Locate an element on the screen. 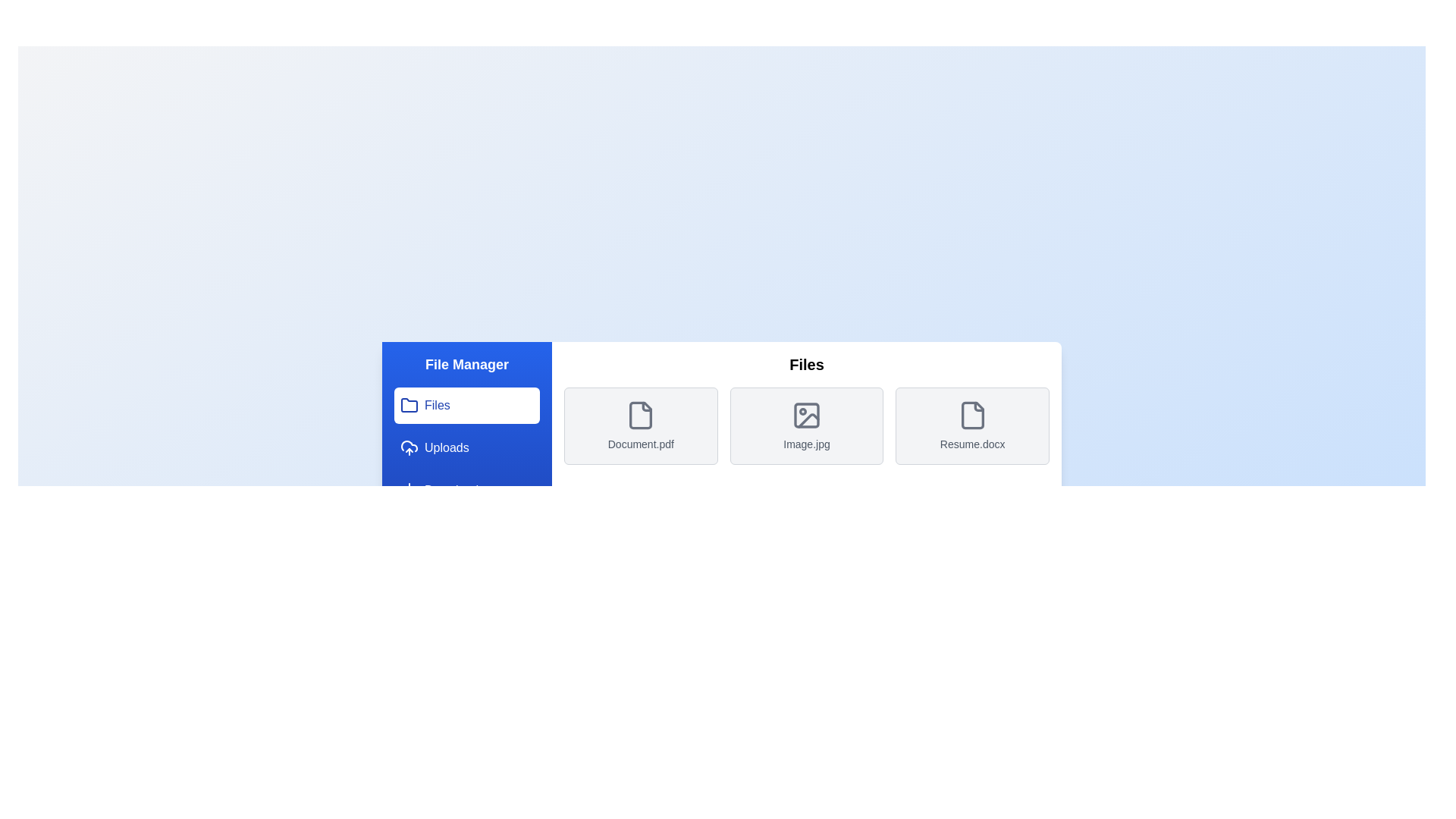  the menu option Files to navigate to the corresponding section is located at coordinates (466, 405).